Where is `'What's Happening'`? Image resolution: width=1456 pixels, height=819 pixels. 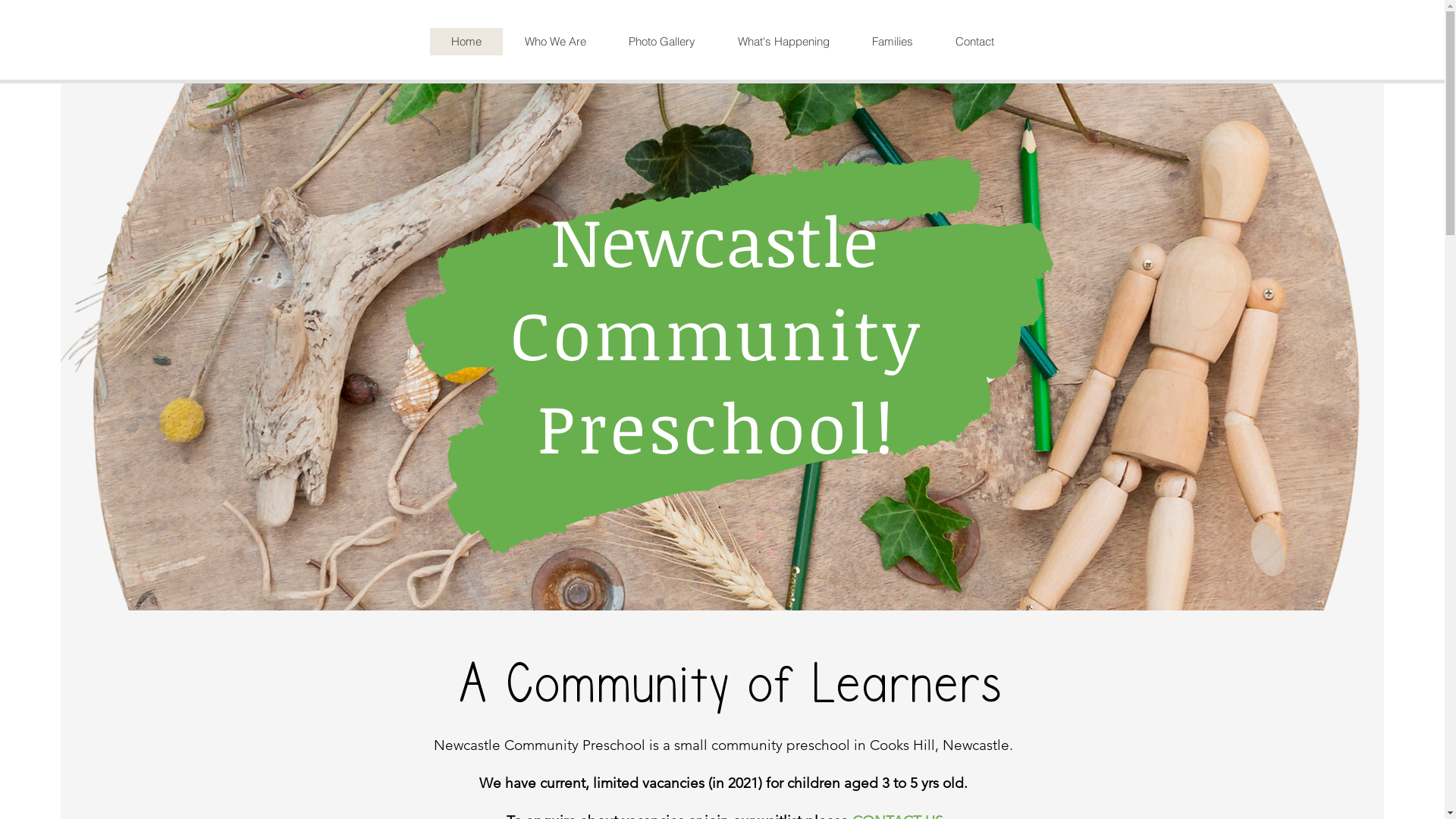
'What's Happening' is located at coordinates (783, 40).